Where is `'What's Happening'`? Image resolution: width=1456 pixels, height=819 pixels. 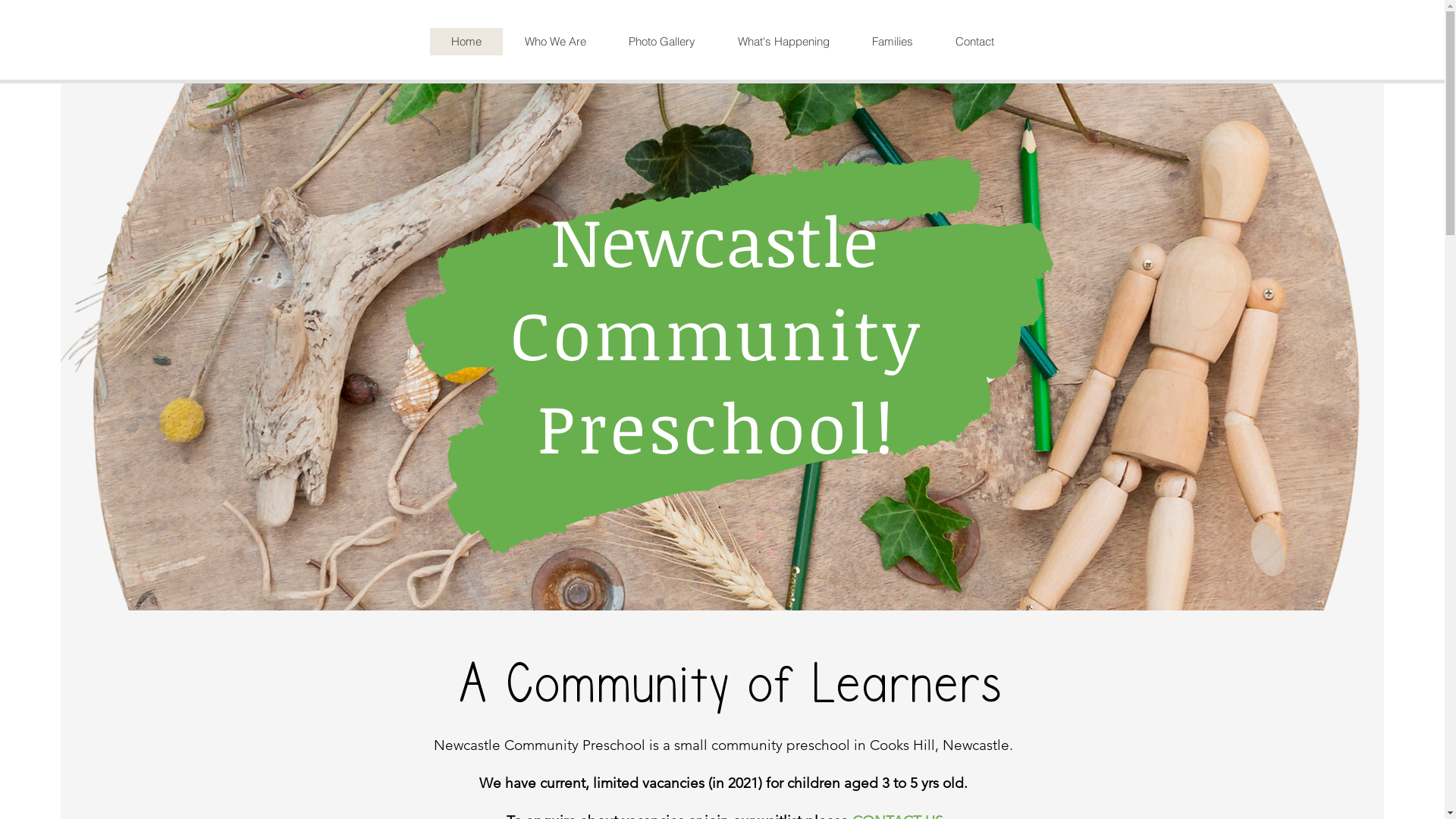
'What's Happening' is located at coordinates (783, 40).